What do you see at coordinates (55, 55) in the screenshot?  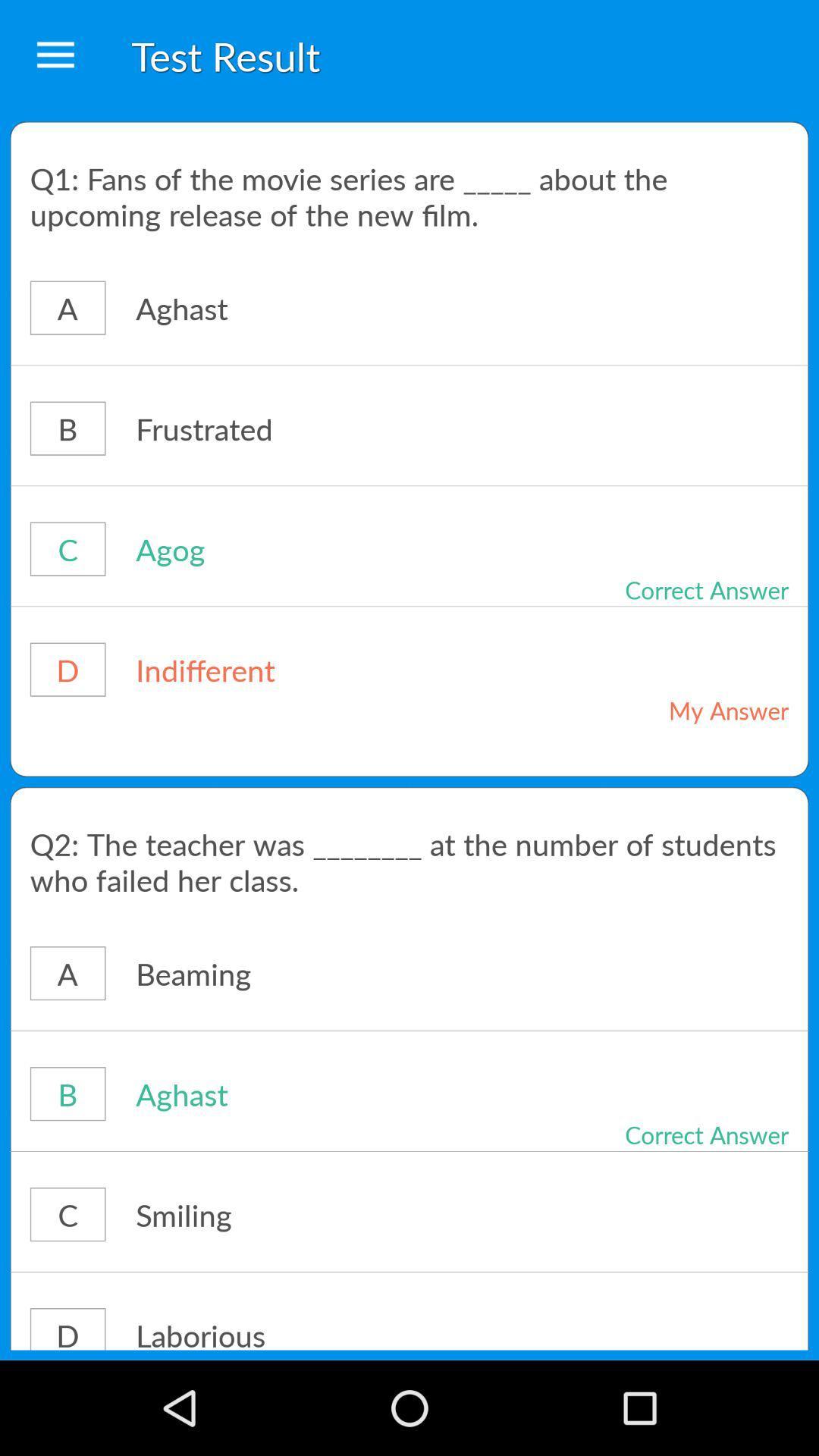 I see `the item above the q1 fans of` at bounding box center [55, 55].